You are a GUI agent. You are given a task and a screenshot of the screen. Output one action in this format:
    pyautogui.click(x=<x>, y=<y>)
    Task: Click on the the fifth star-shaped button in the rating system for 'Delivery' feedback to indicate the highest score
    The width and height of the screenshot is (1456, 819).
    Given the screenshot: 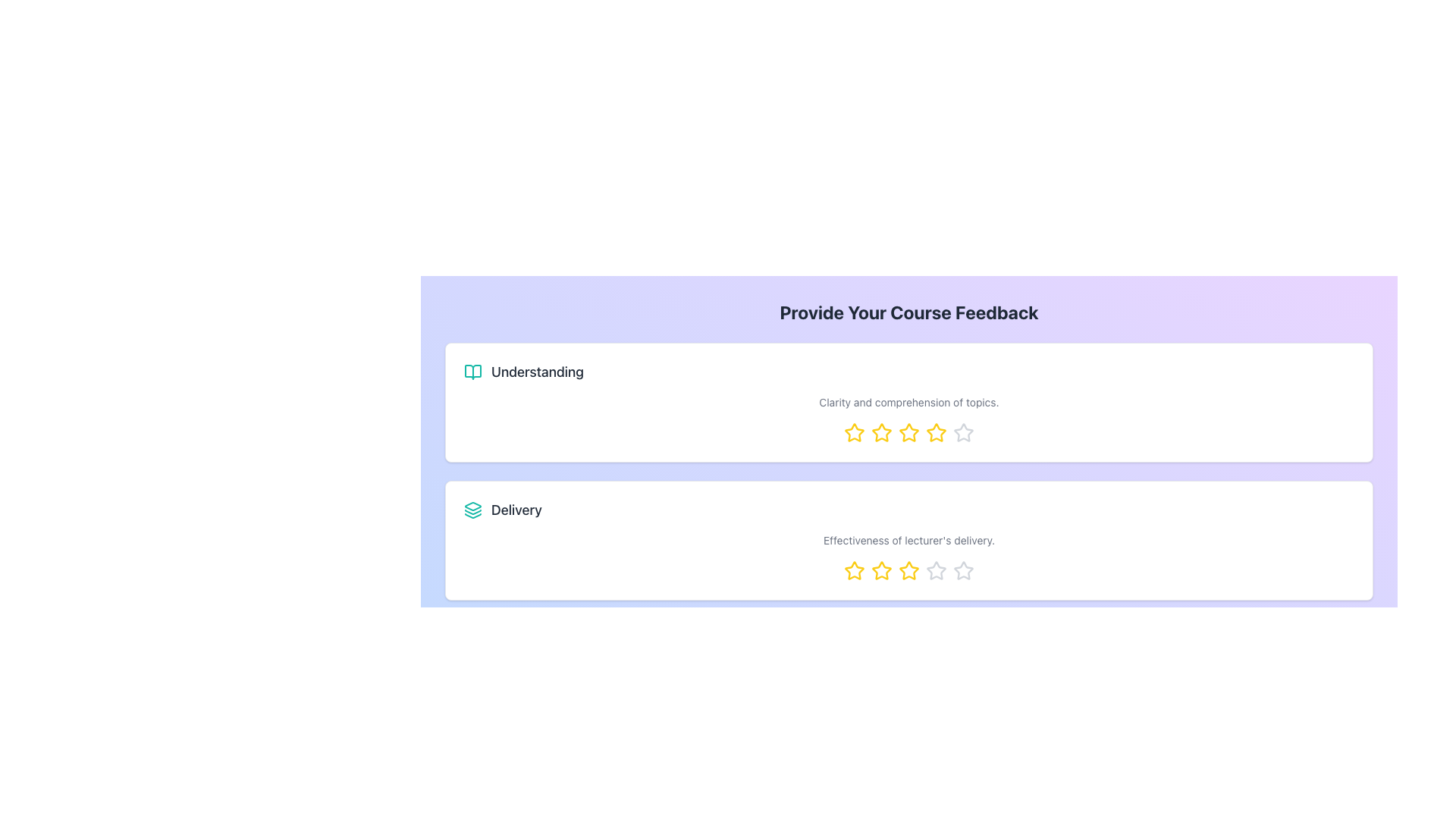 What is the action you would take?
    pyautogui.click(x=963, y=570)
    